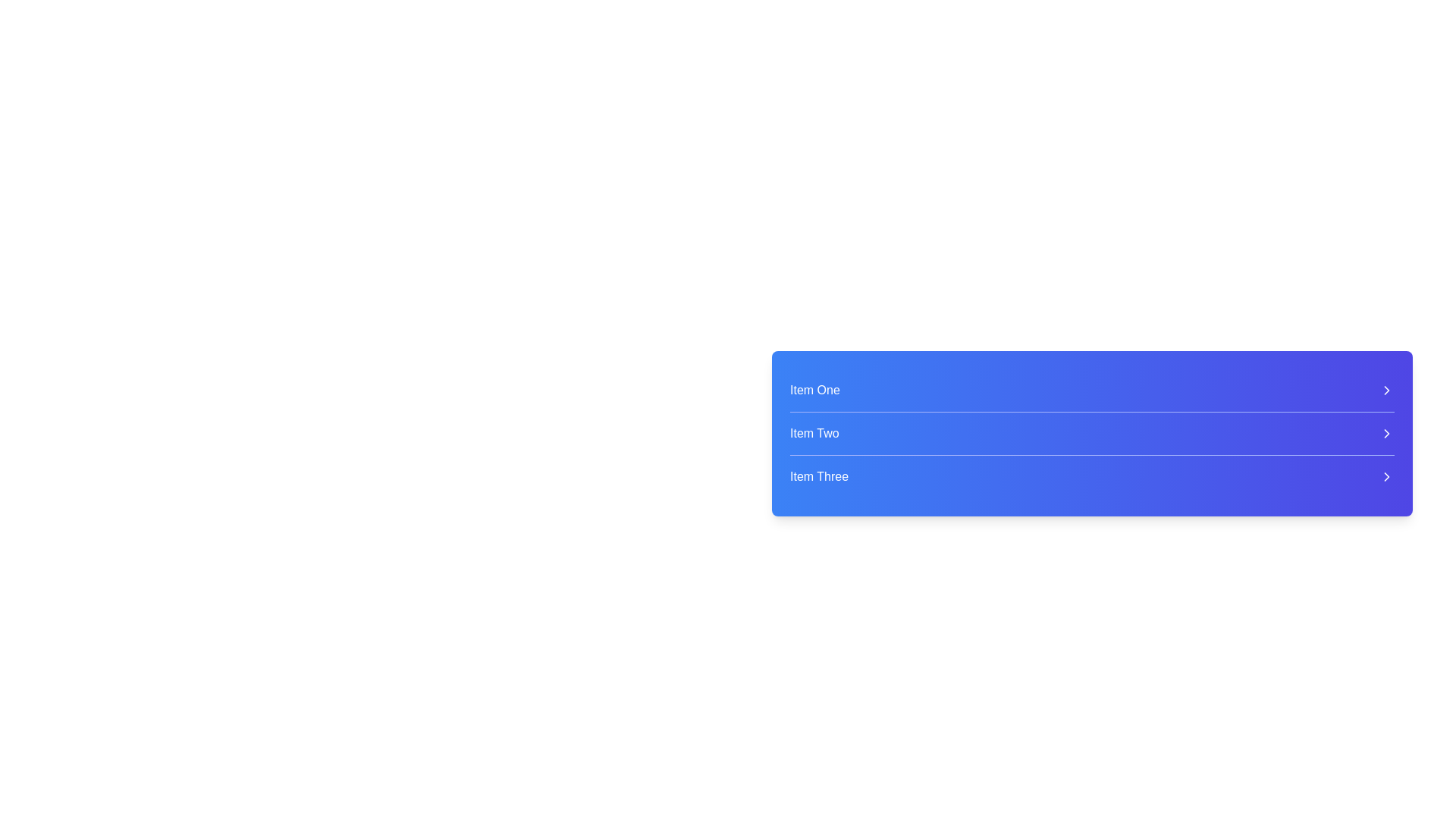 The image size is (1456, 819). I want to click on the second text label in the vertical list, which is positioned below 'Item One' and above 'Item Three', so click(814, 433).